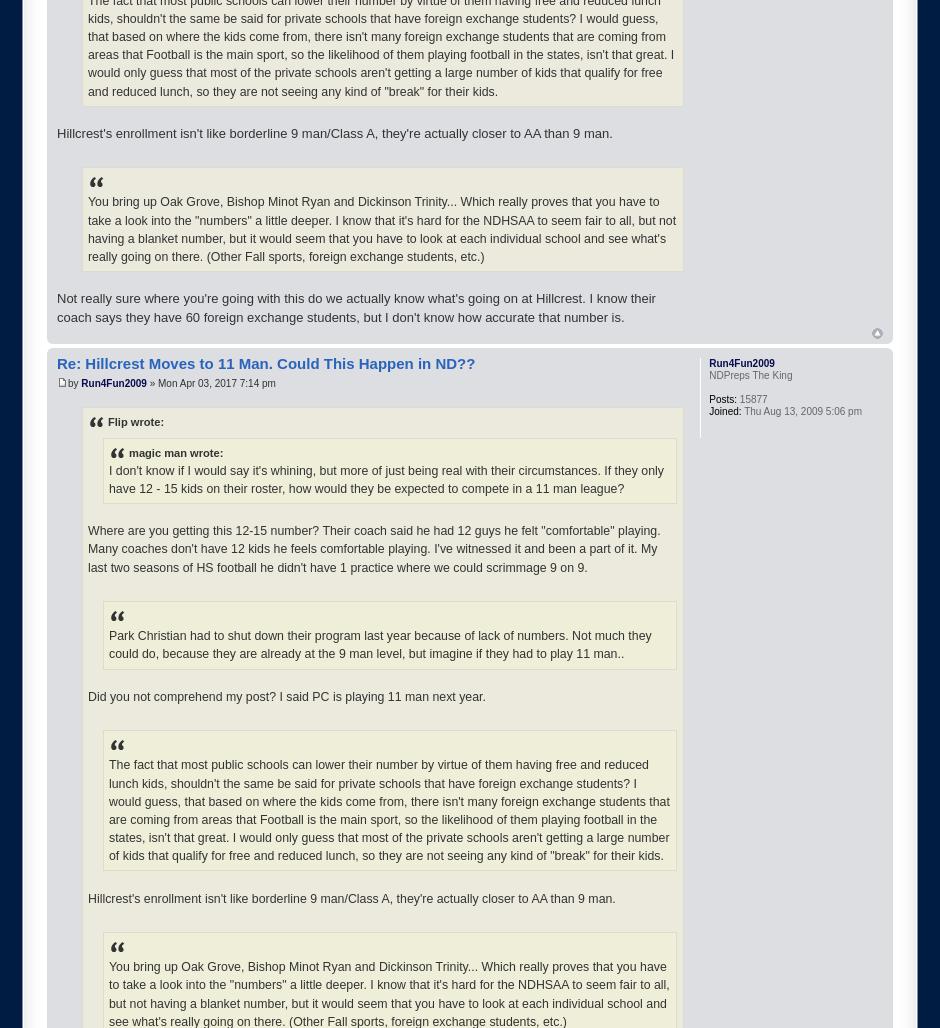 Image resolution: width=940 pixels, height=1028 pixels. What do you see at coordinates (373, 548) in the screenshot?
I see `'Where are you getting this 12-15 number?  Their coach said he had 12 guys he felt "comfortable" playing.  Many coaches don't have 12 kids he feels comfortable playing.  I've witnessed it and been a part of it.  My last two seasons of HS football he didn't have 1 practice where we could scrimmage 9 on 9.'` at bounding box center [373, 548].